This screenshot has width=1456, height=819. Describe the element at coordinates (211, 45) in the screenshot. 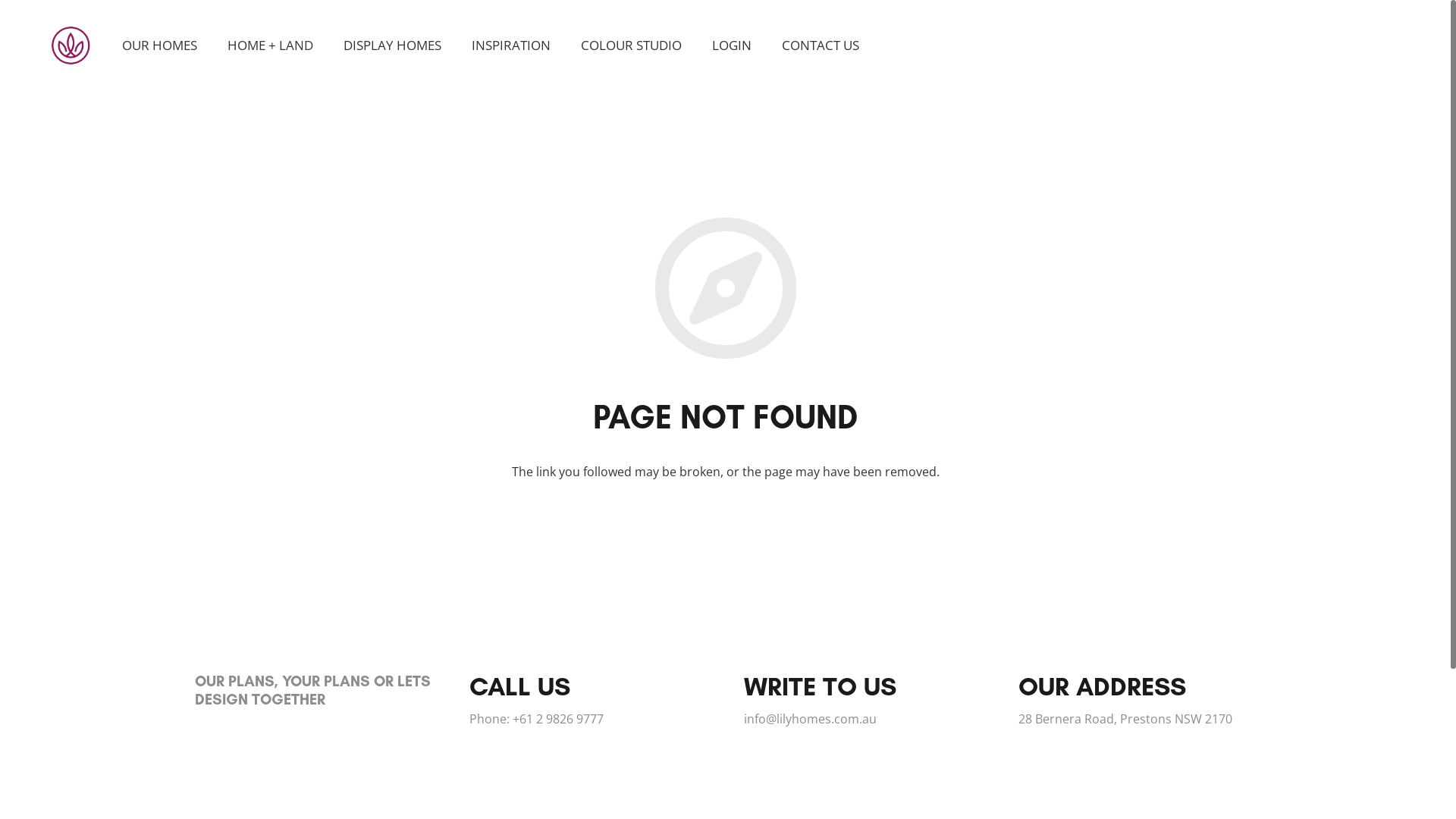

I see `'HOME + LAND'` at that location.